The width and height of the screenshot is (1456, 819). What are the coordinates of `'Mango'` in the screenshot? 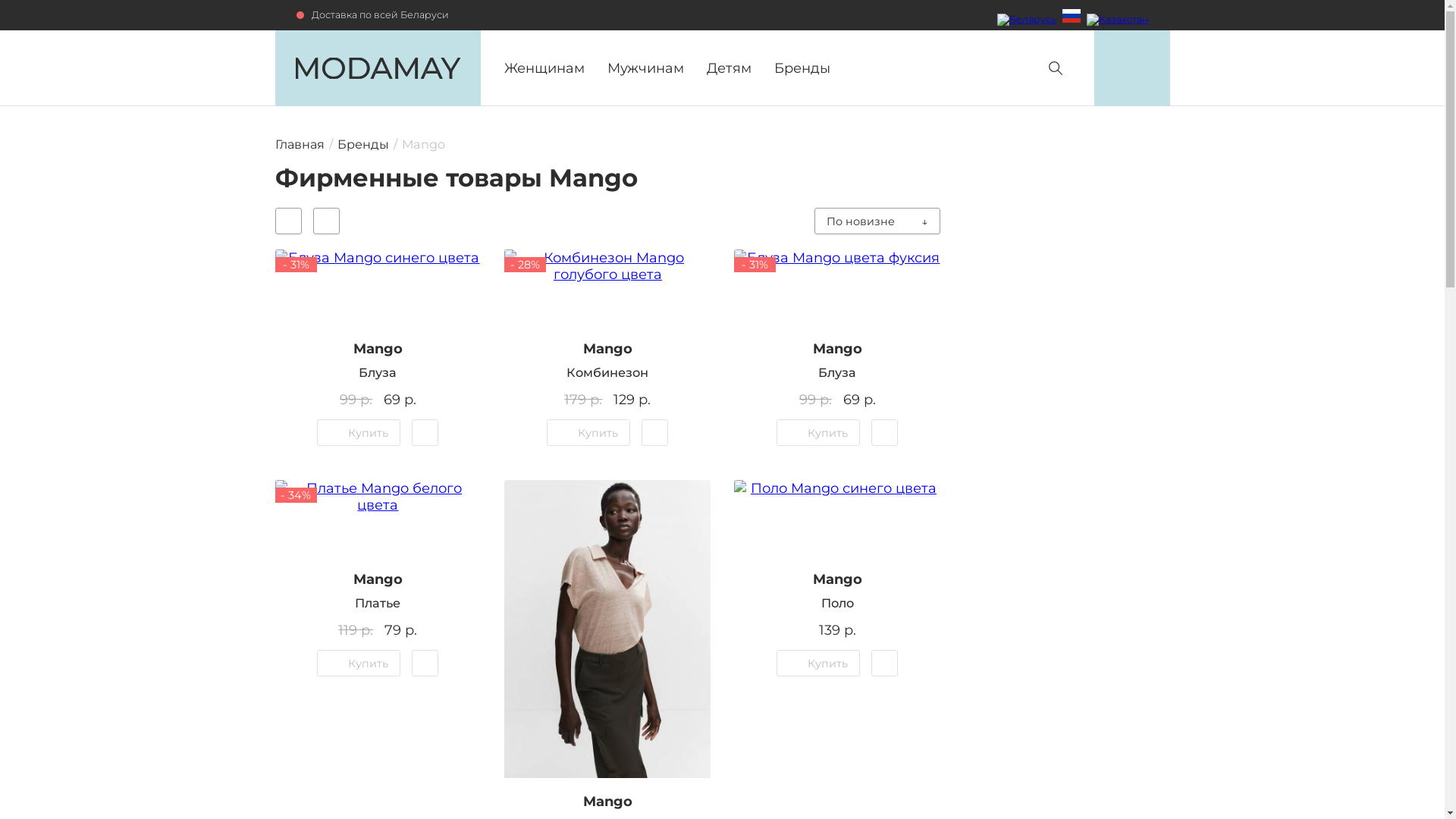 It's located at (836, 579).